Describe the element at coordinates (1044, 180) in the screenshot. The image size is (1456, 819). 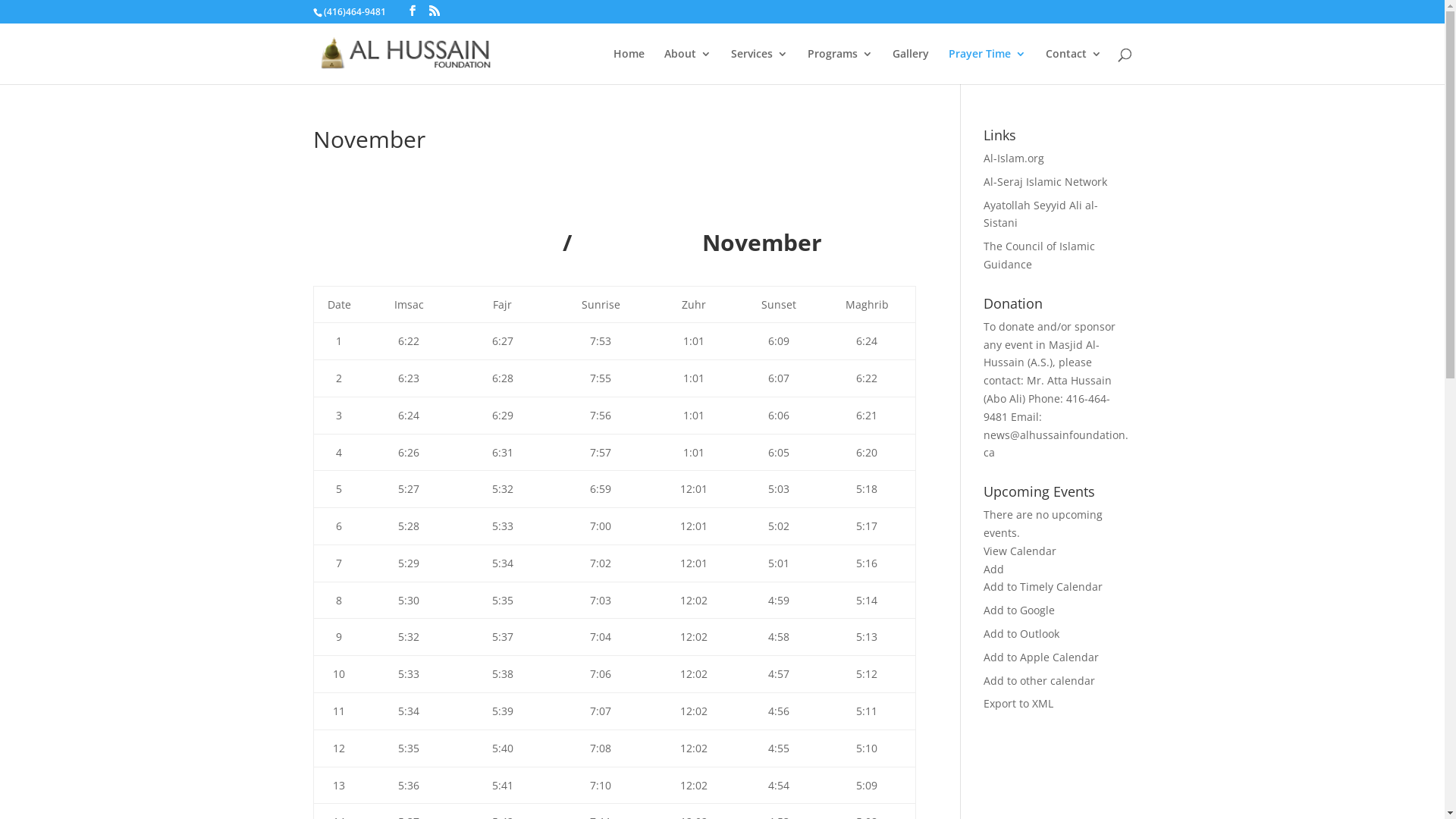
I see `'Al-Seraj Islamic Network'` at that location.